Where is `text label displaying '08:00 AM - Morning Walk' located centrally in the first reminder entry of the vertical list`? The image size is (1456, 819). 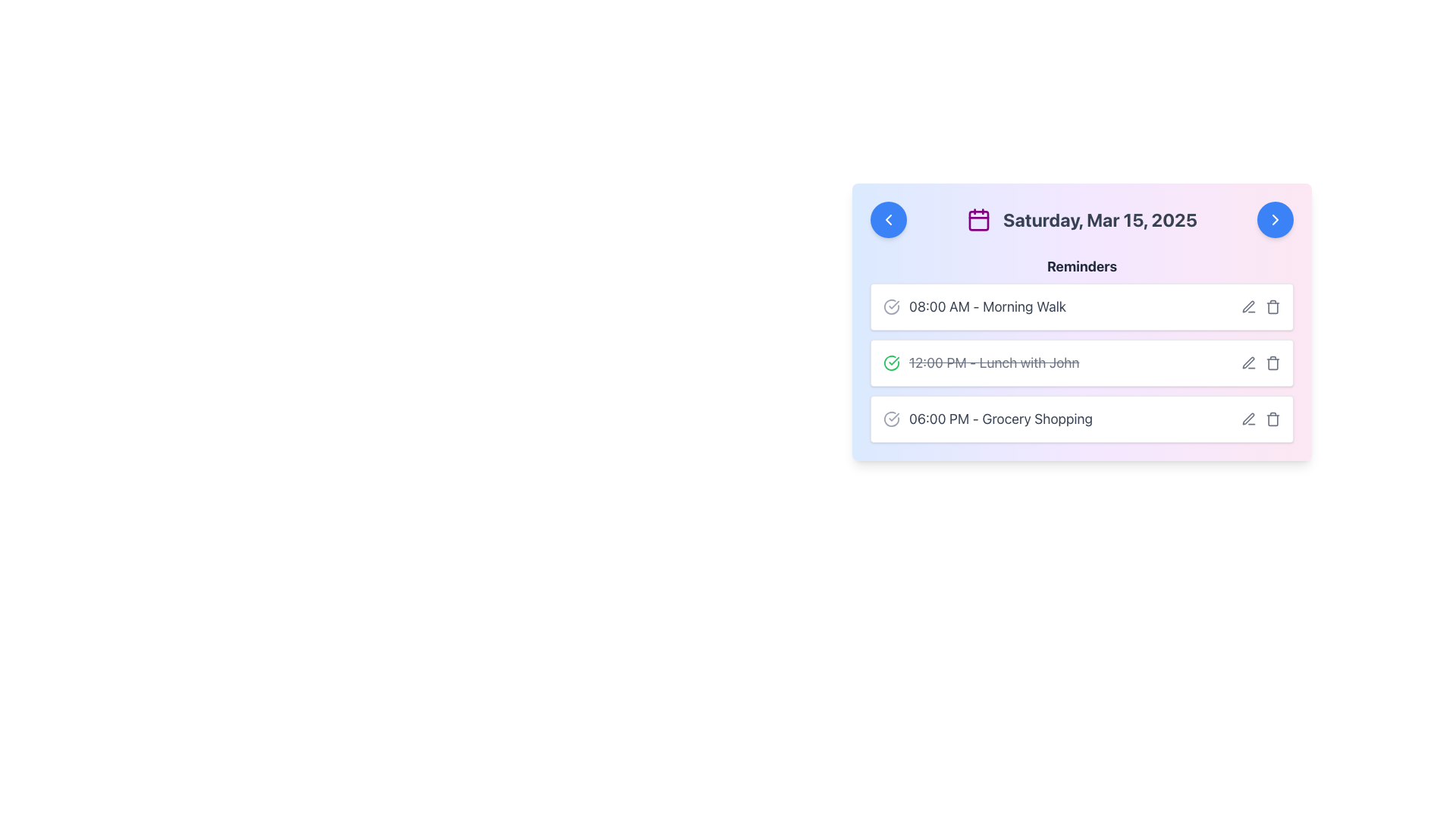 text label displaying '08:00 AM - Morning Walk' located centrally in the first reminder entry of the vertical list is located at coordinates (987, 307).